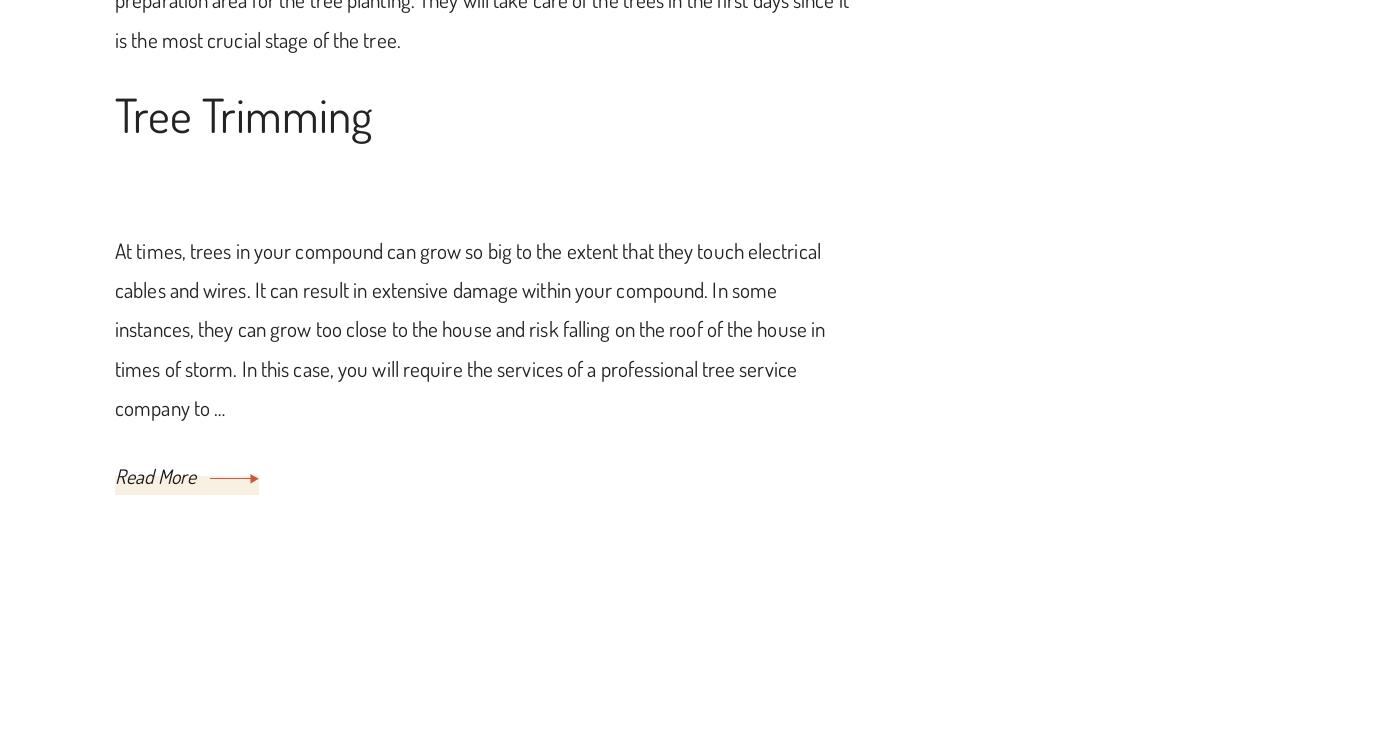  Describe the element at coordinates (469, 327) in the screenshot. I see `'At times, trees in your compound can grow so big to the extent that they touch electrical cables and wires. It can result in extensive damage within your compound. In some instances, they can grow too close to the house and risk falling on the roof of the house in times of storm. In this case, you will require the services of a professional tree service company to …'` at that location.